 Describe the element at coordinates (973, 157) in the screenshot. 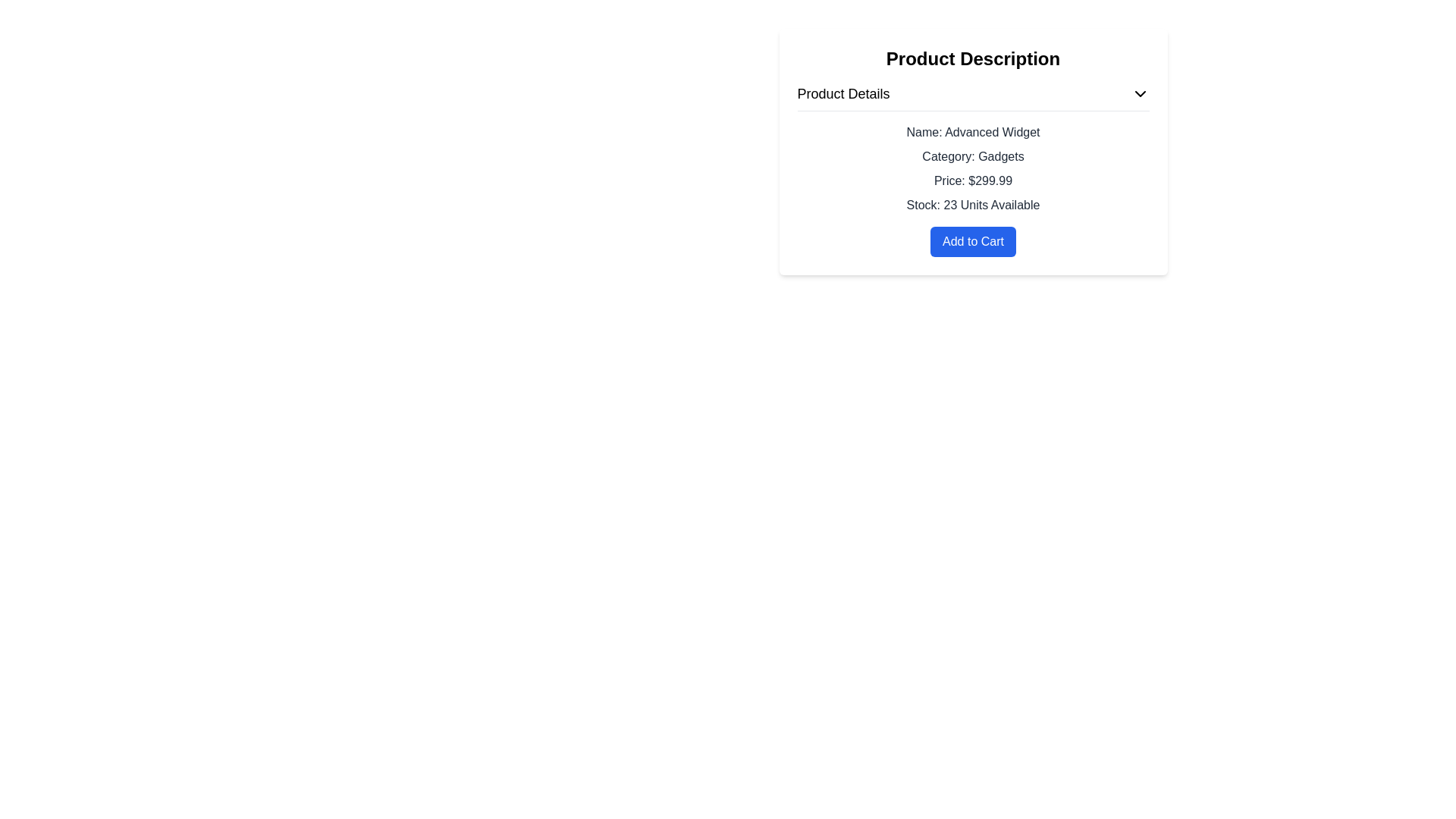

I see `text from the element displaying 'Category: Gadgets', which is the second entry in the product description section, below 'Name: Advanced Widget'` at that location.